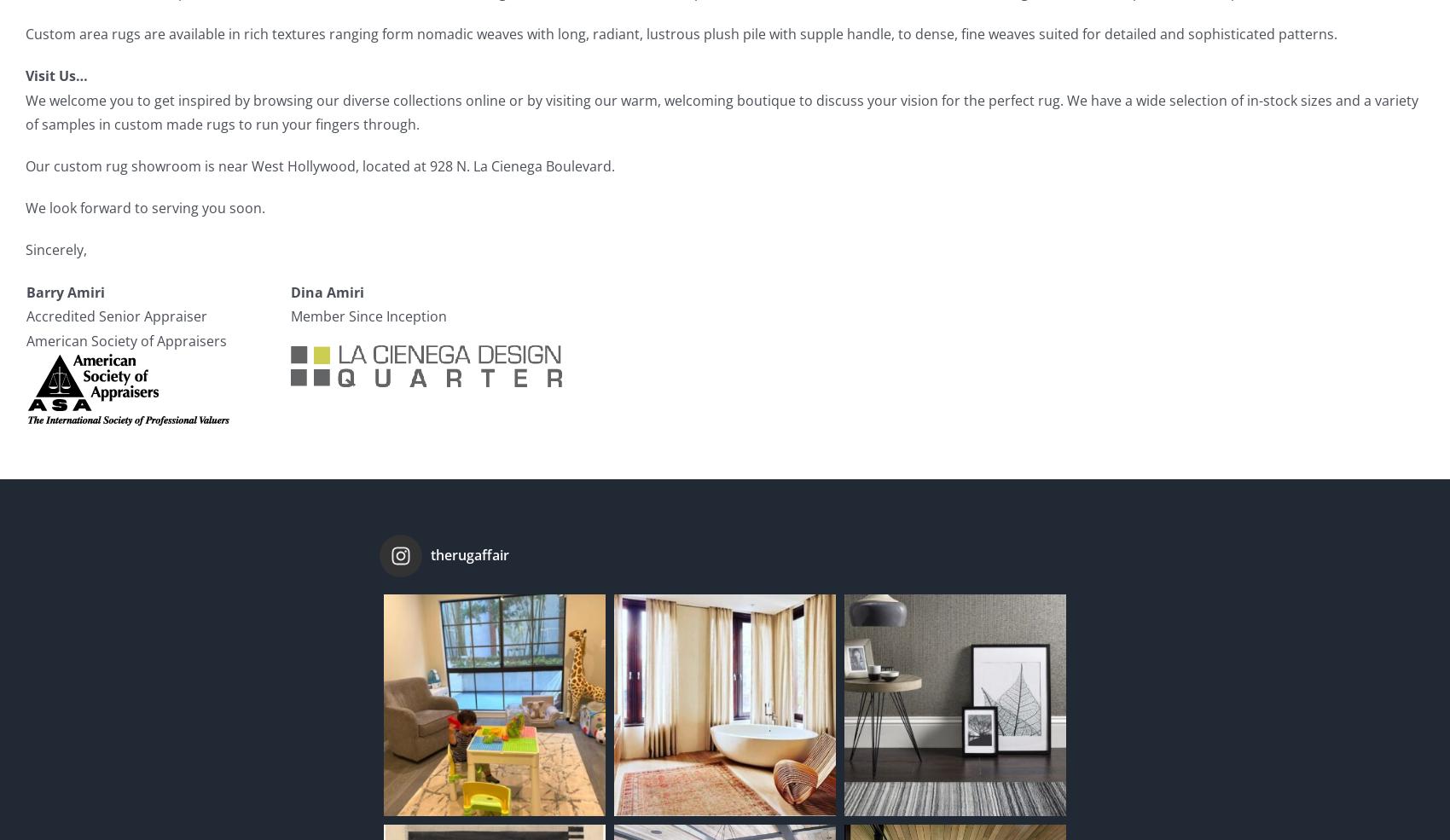  I want to click on 'Member Since Inception', so click(368, 316).